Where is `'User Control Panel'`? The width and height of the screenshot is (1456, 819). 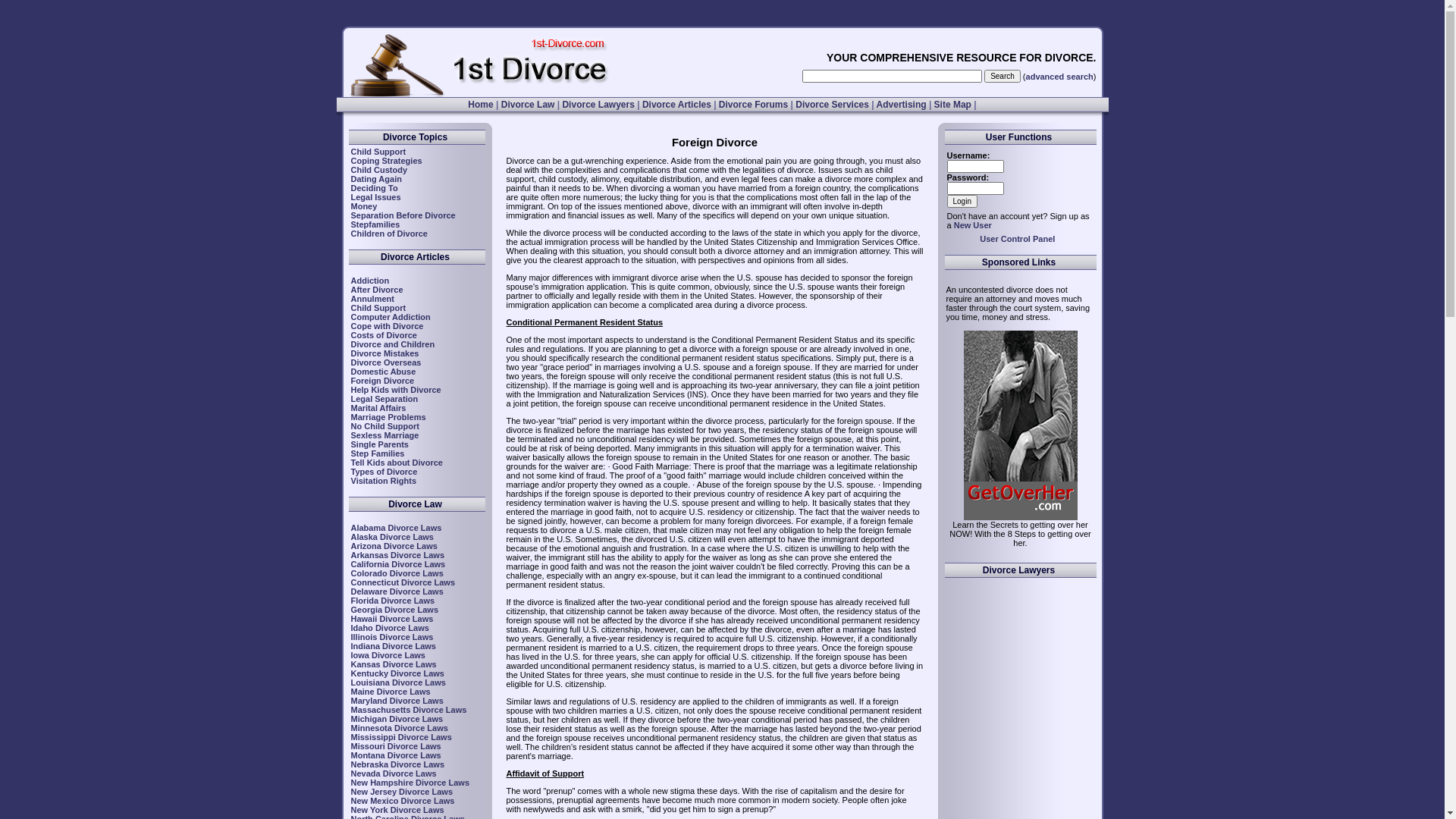
'User Control Panel' is located at coordinates (1017, 239).